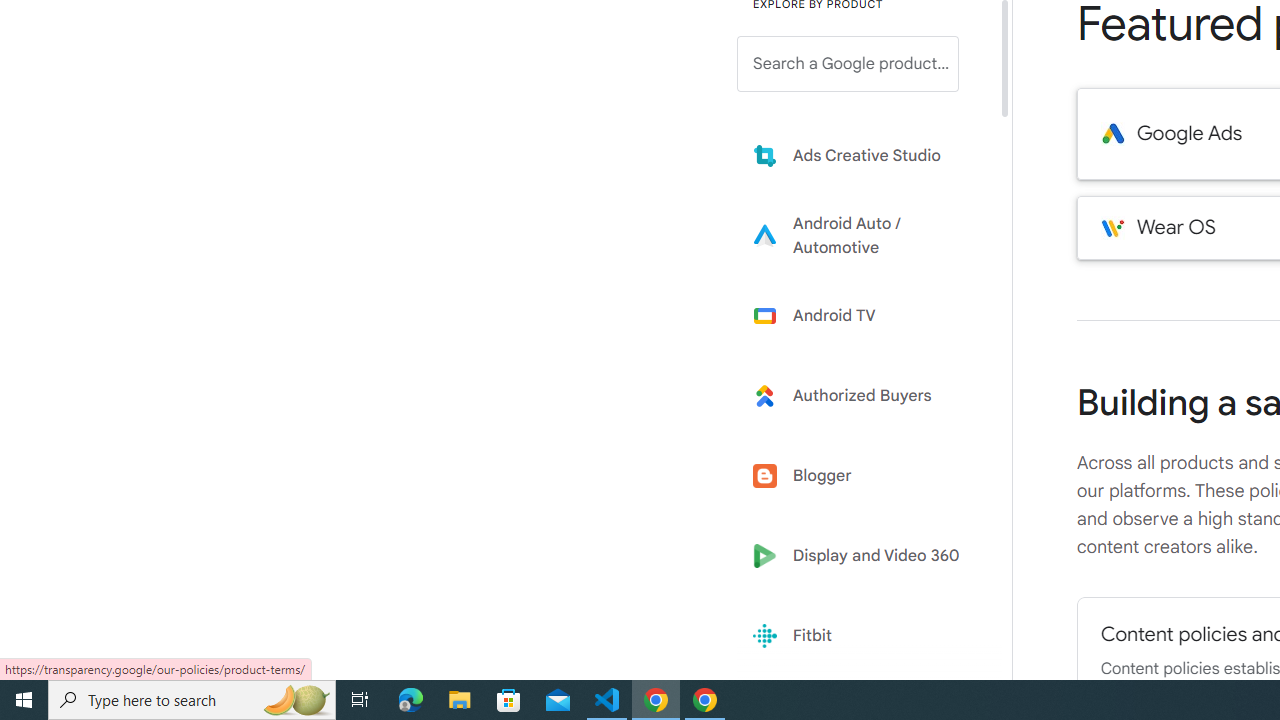 The height and width of the screenshot is (720, 1280). I want to click on 'Blogger', so click(862, 476).